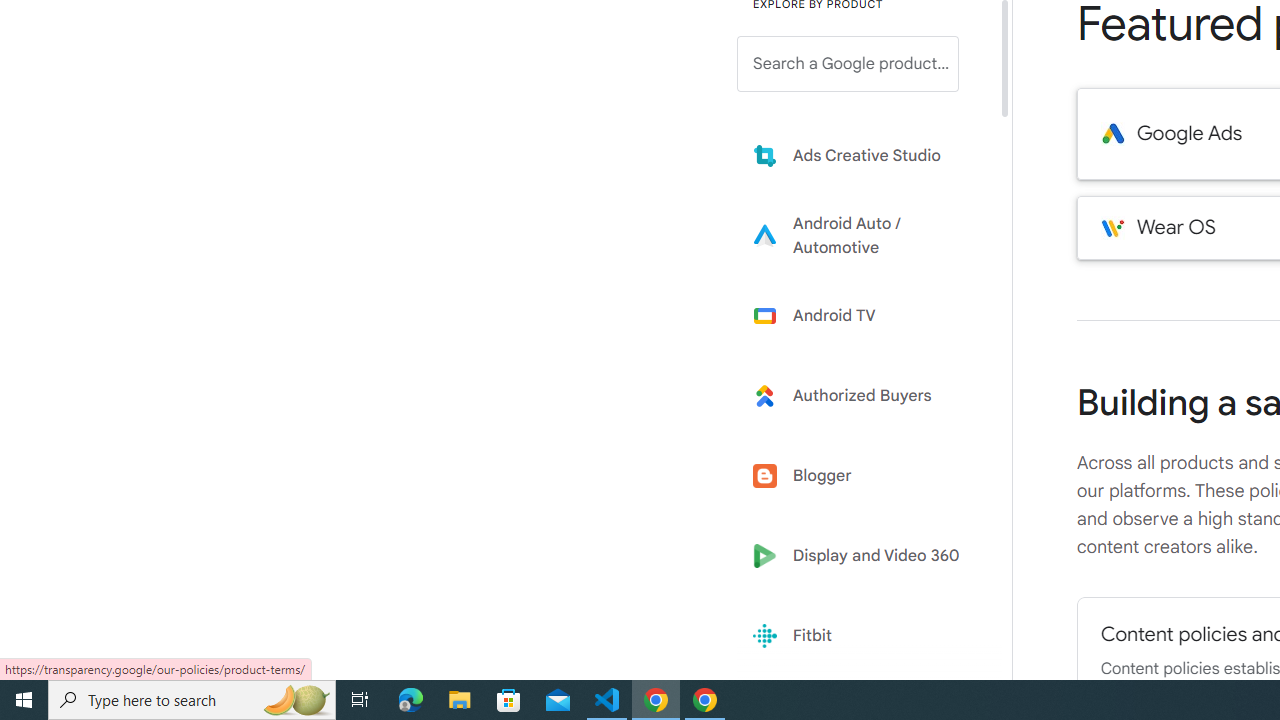 The height and width of the screenshot is (720, 1280). I want to click on 'Blogger', so click(862, 476).